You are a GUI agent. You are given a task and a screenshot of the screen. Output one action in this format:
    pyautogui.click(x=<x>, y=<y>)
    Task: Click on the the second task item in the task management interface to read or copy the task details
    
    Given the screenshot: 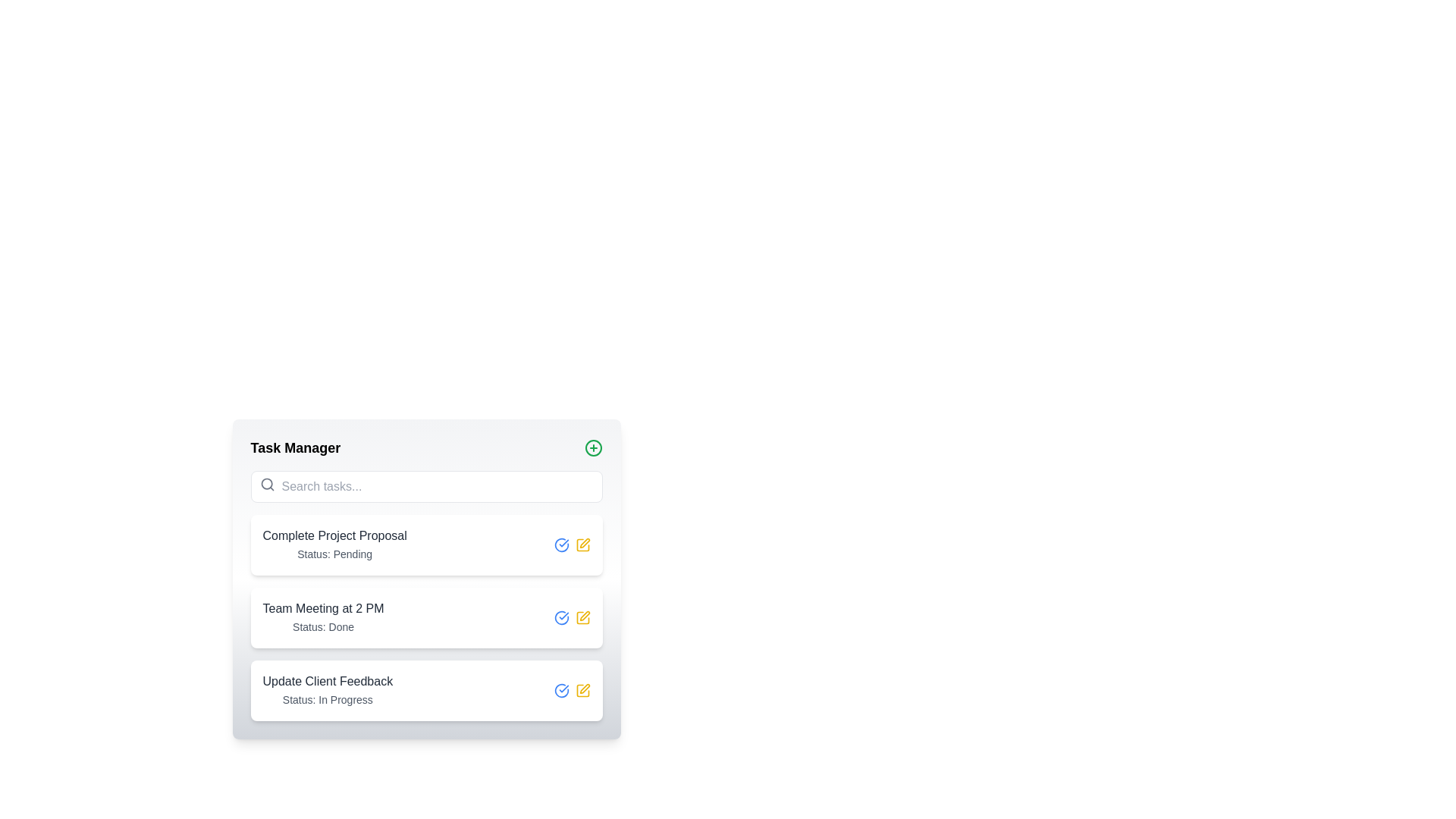 What is the action you would take?
    pyautogui.click(x=425, y=617)
    